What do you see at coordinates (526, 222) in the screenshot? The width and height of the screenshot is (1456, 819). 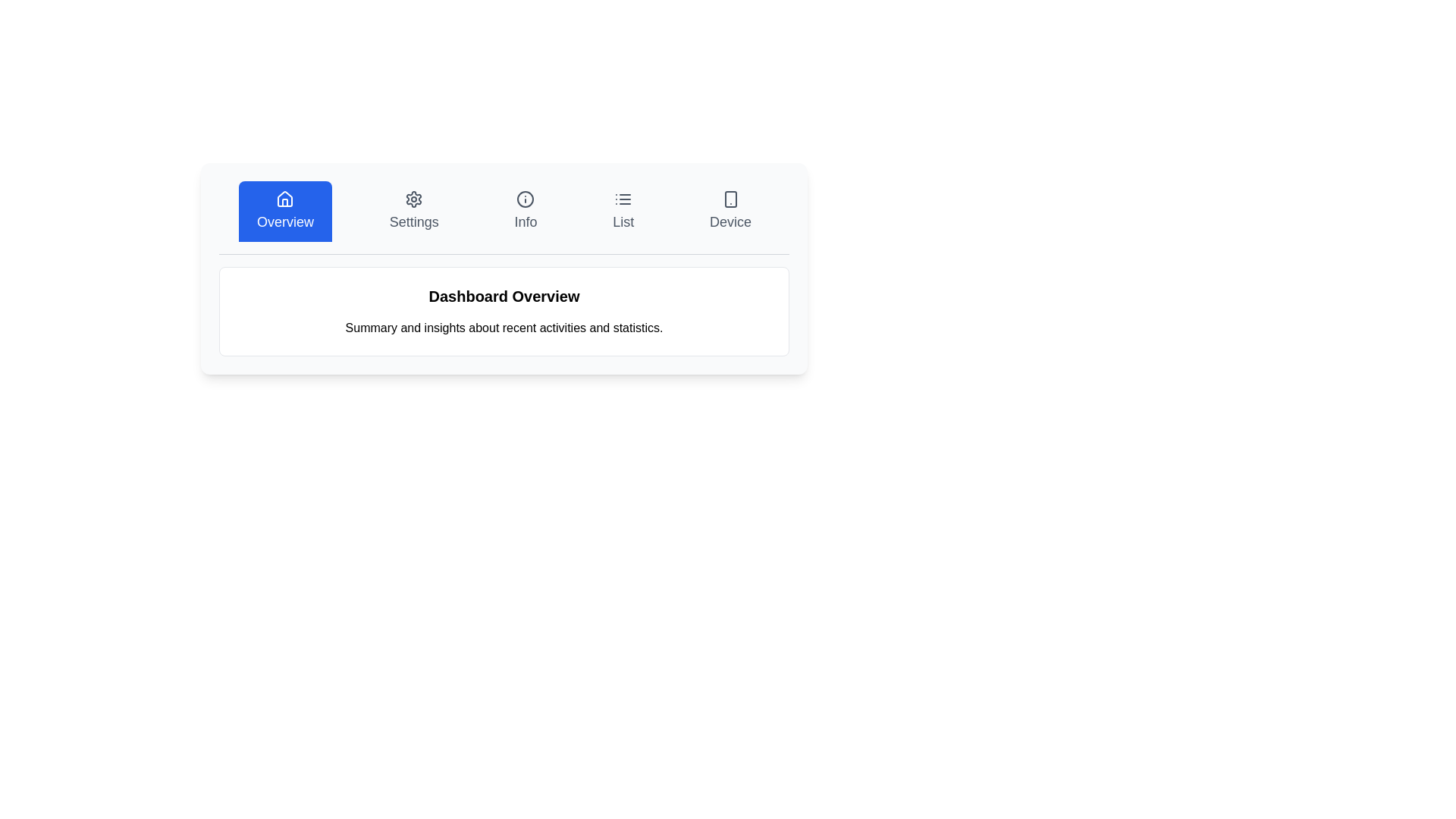 I see `the 'Info' text label in the navigation bar` at bounding box center [526, 222].